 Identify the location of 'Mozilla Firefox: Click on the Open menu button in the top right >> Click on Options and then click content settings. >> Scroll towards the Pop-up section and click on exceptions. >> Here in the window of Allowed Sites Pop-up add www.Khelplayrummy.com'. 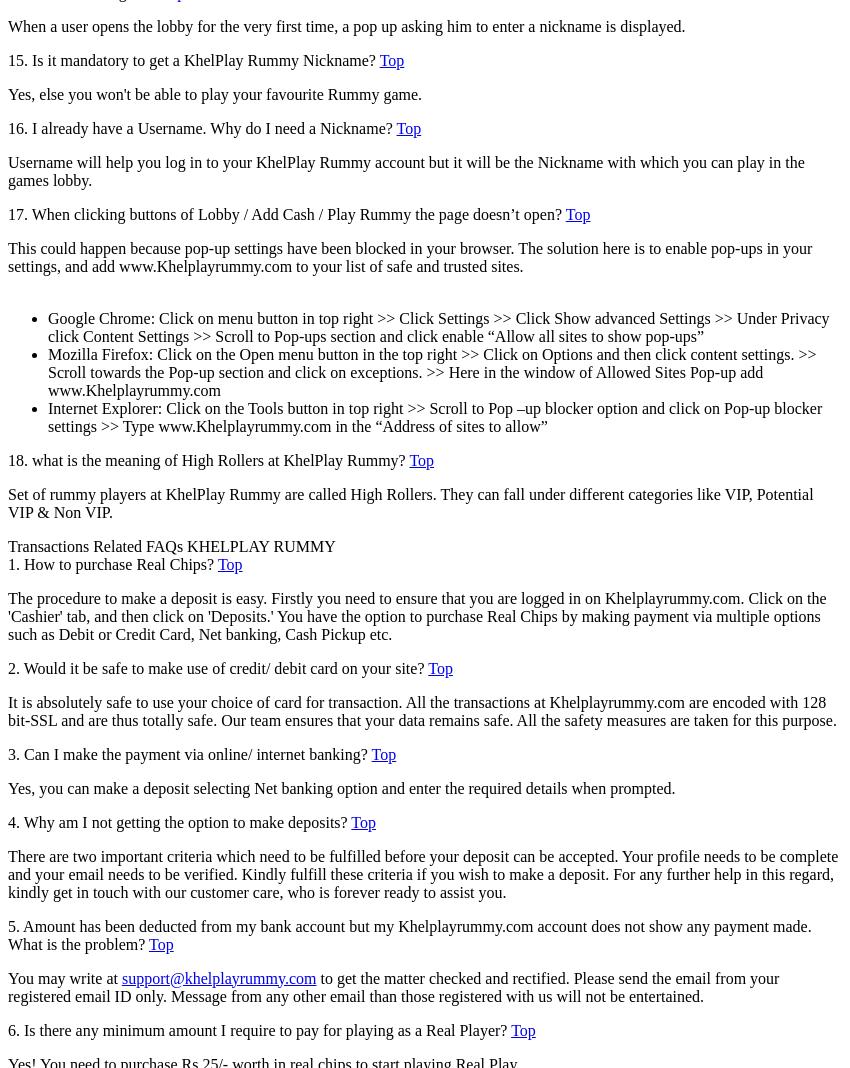
(430, 370).